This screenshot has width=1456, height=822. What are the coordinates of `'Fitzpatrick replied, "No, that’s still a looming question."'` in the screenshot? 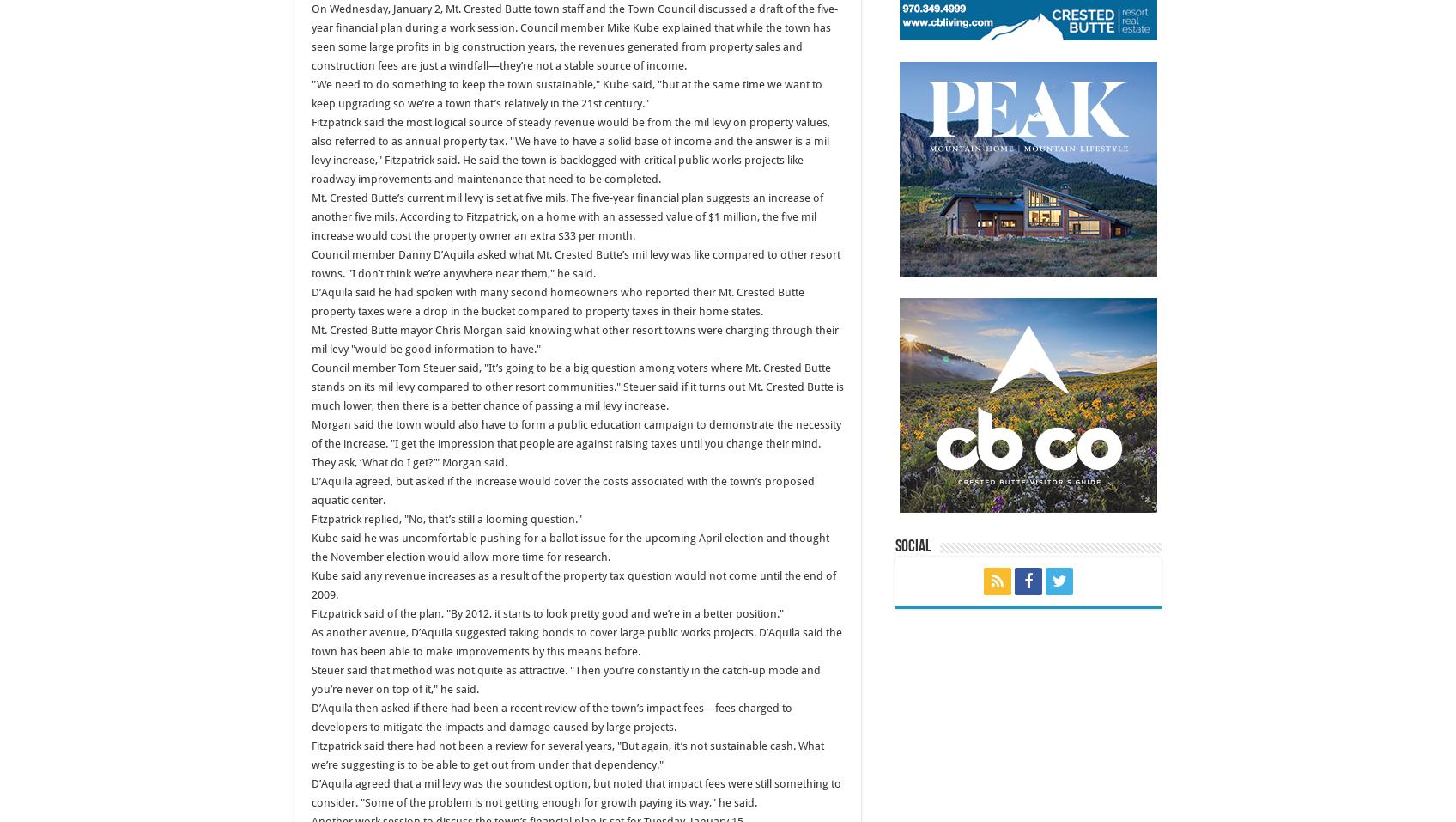 It's located at (446, 518).